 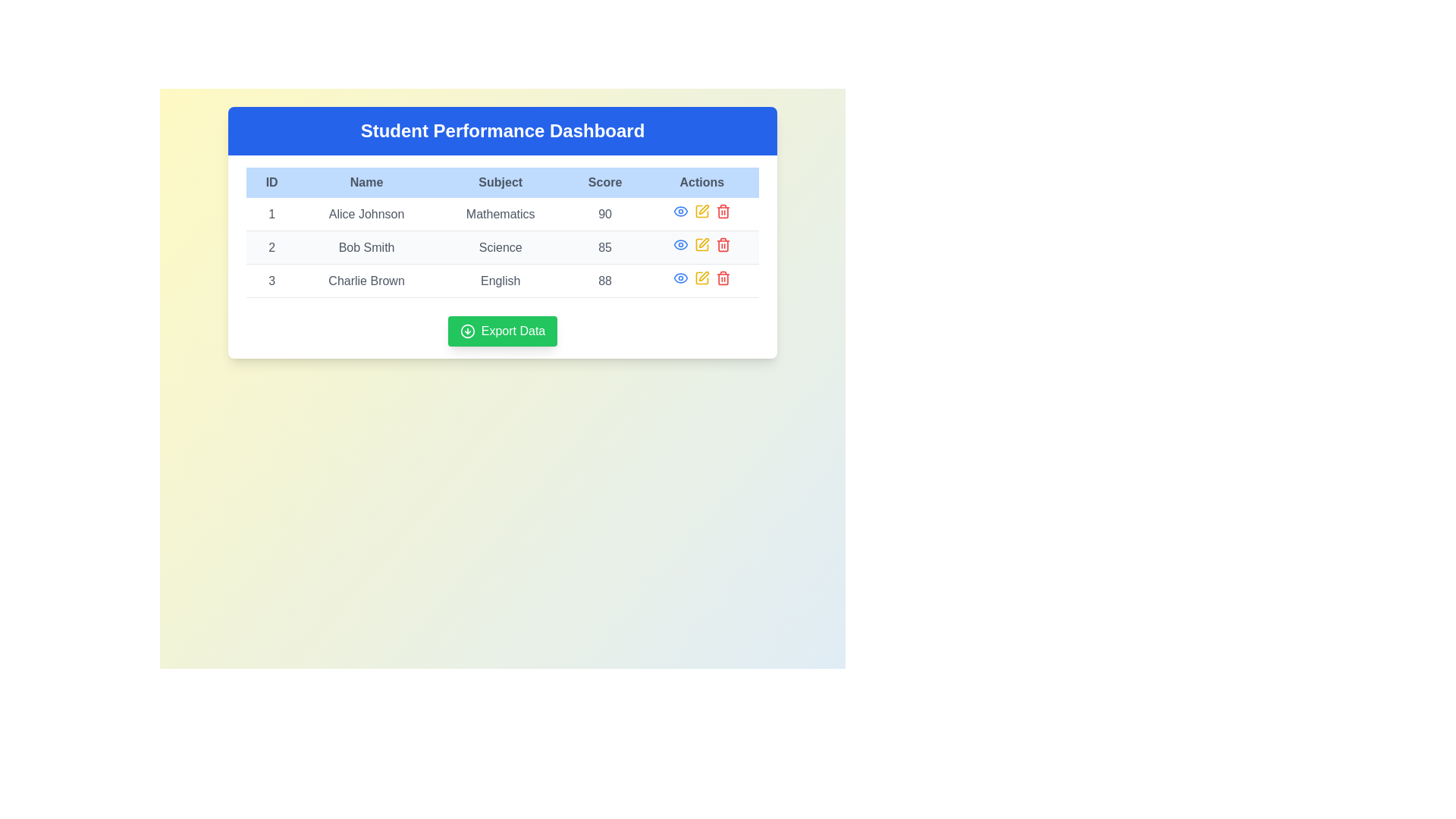 What do you see at coordinates (502, 281) in the screenshot?
I see `the third table row that contains details about a student's ID, name, subject, and score` at bounding box center [502, 281].